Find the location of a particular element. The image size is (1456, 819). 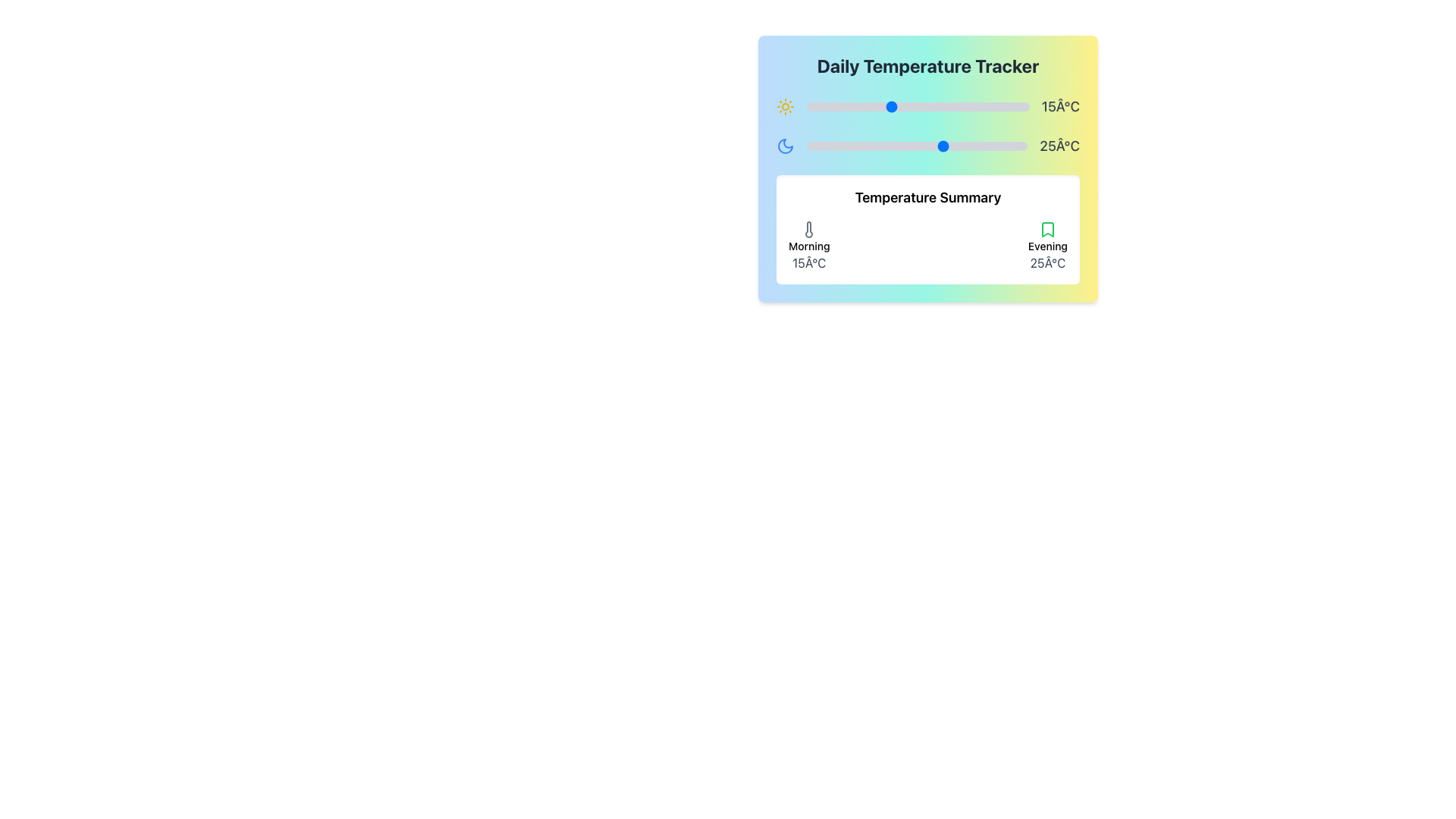

the static text label displaying '25Â°C', which is styled with medium font weight and gray color, positioned to the right of a horizontal slider in a temperature control interface is located at coordinates (1059, 146).